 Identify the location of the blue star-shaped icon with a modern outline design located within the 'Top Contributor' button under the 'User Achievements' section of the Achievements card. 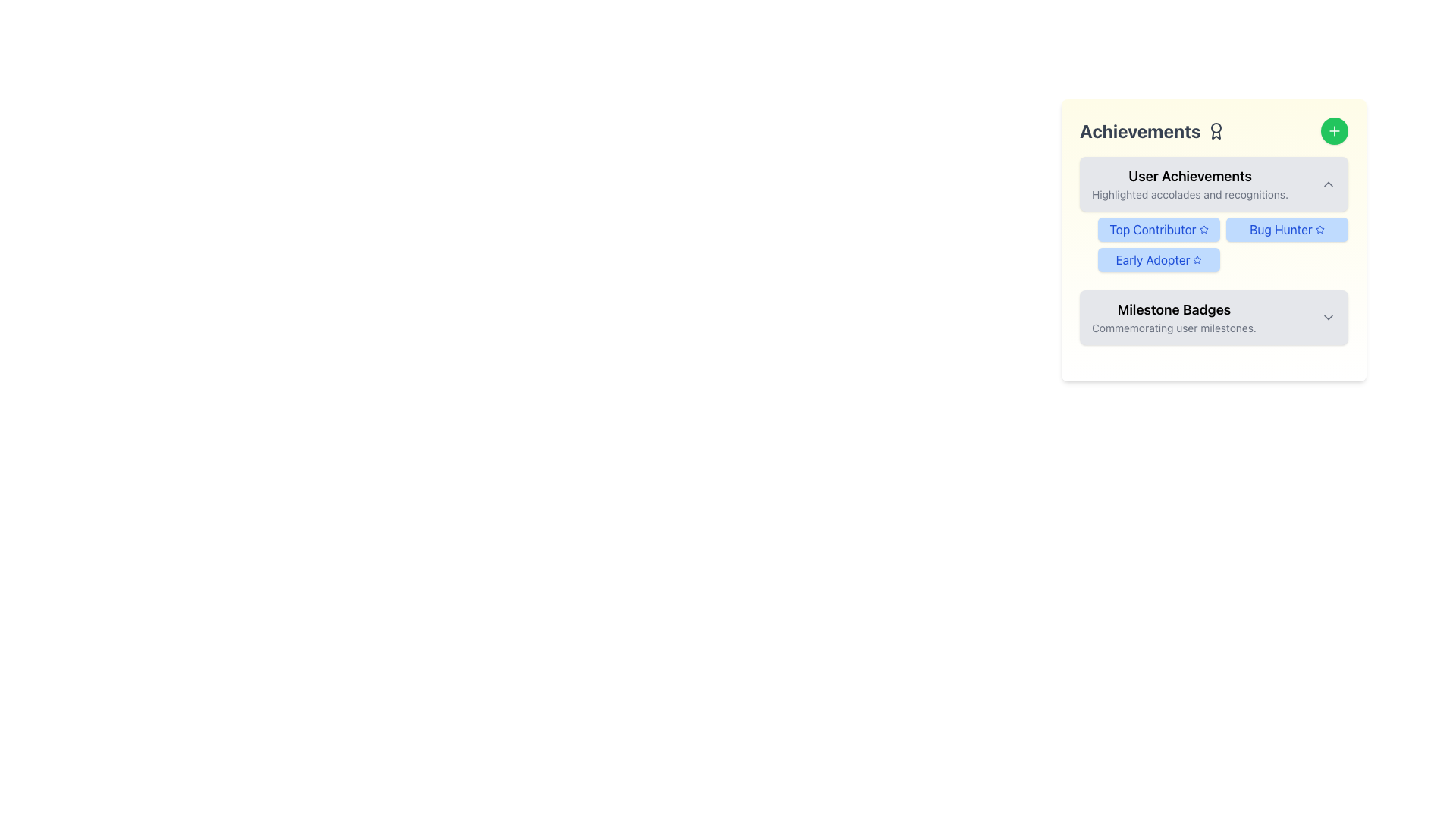
(1203, 230).